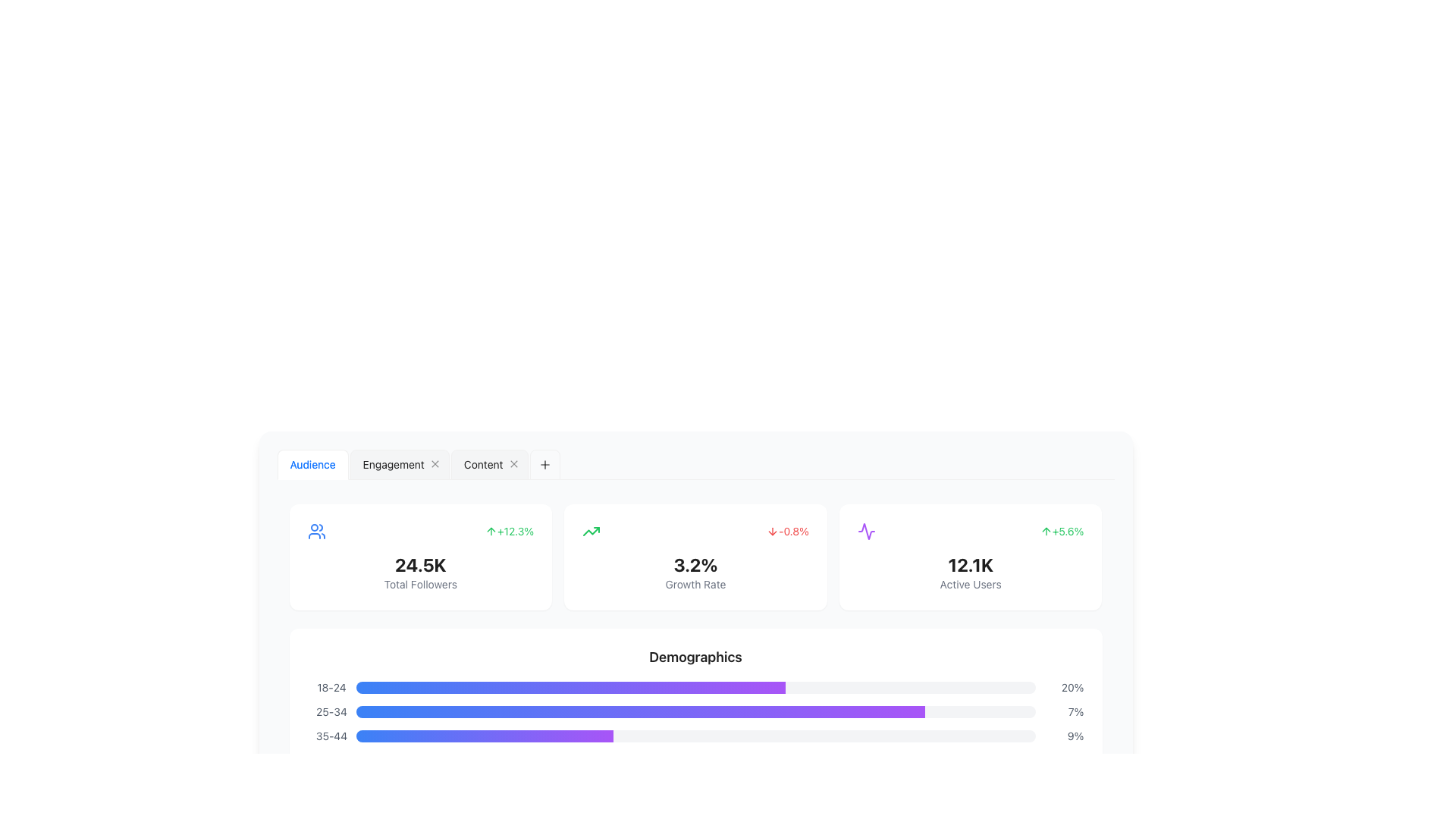 The height and width of the screenshot is (819, 1456). I want to click on properties of the Progress bar indicator for the age group 25-34, which features a gradient color scheme from blue to purple and is located to the right of the age label '25-34', so click(695, 711).